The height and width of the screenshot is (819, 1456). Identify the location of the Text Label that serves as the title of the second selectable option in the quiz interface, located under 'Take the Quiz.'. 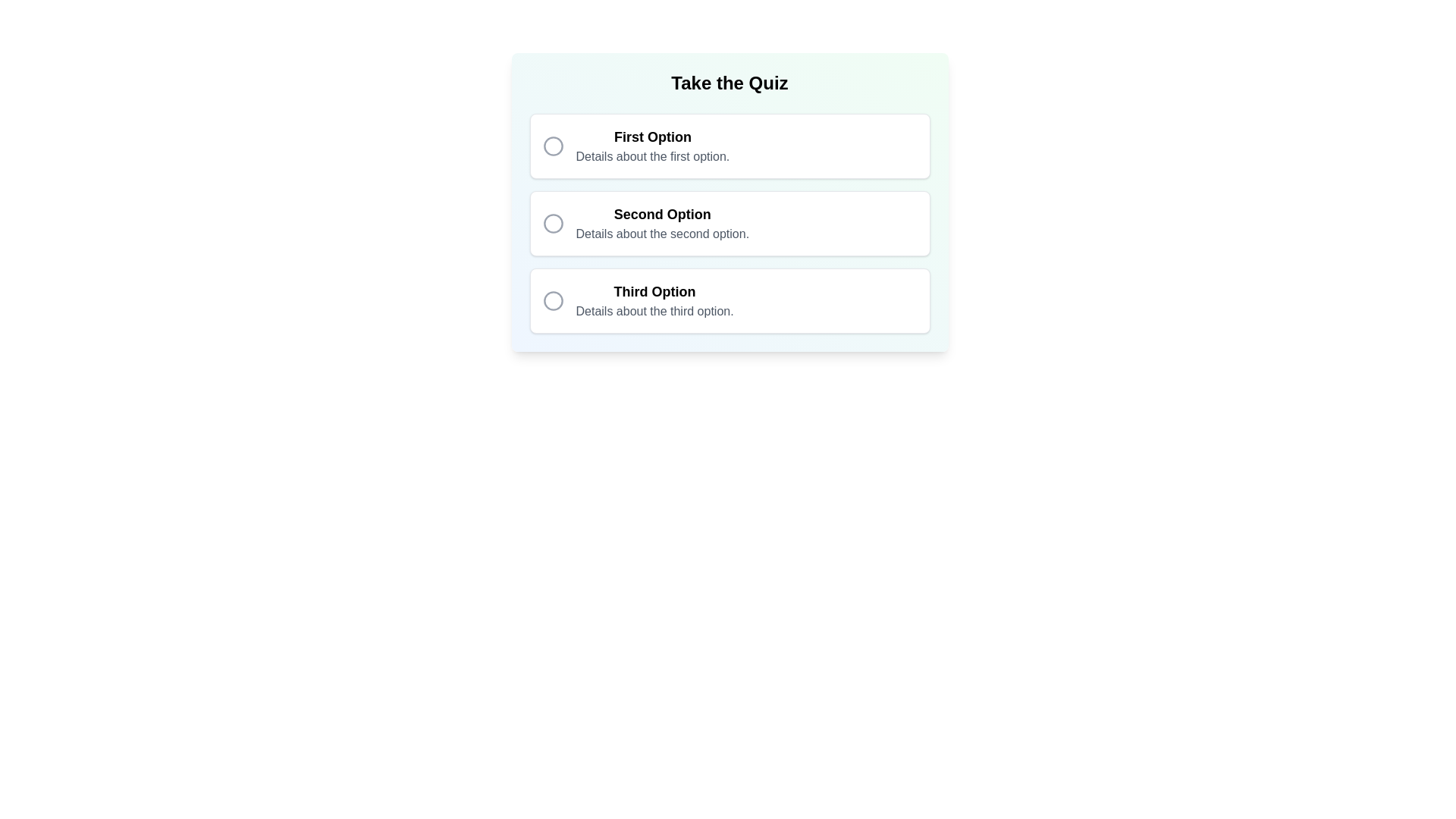
(662, 214).